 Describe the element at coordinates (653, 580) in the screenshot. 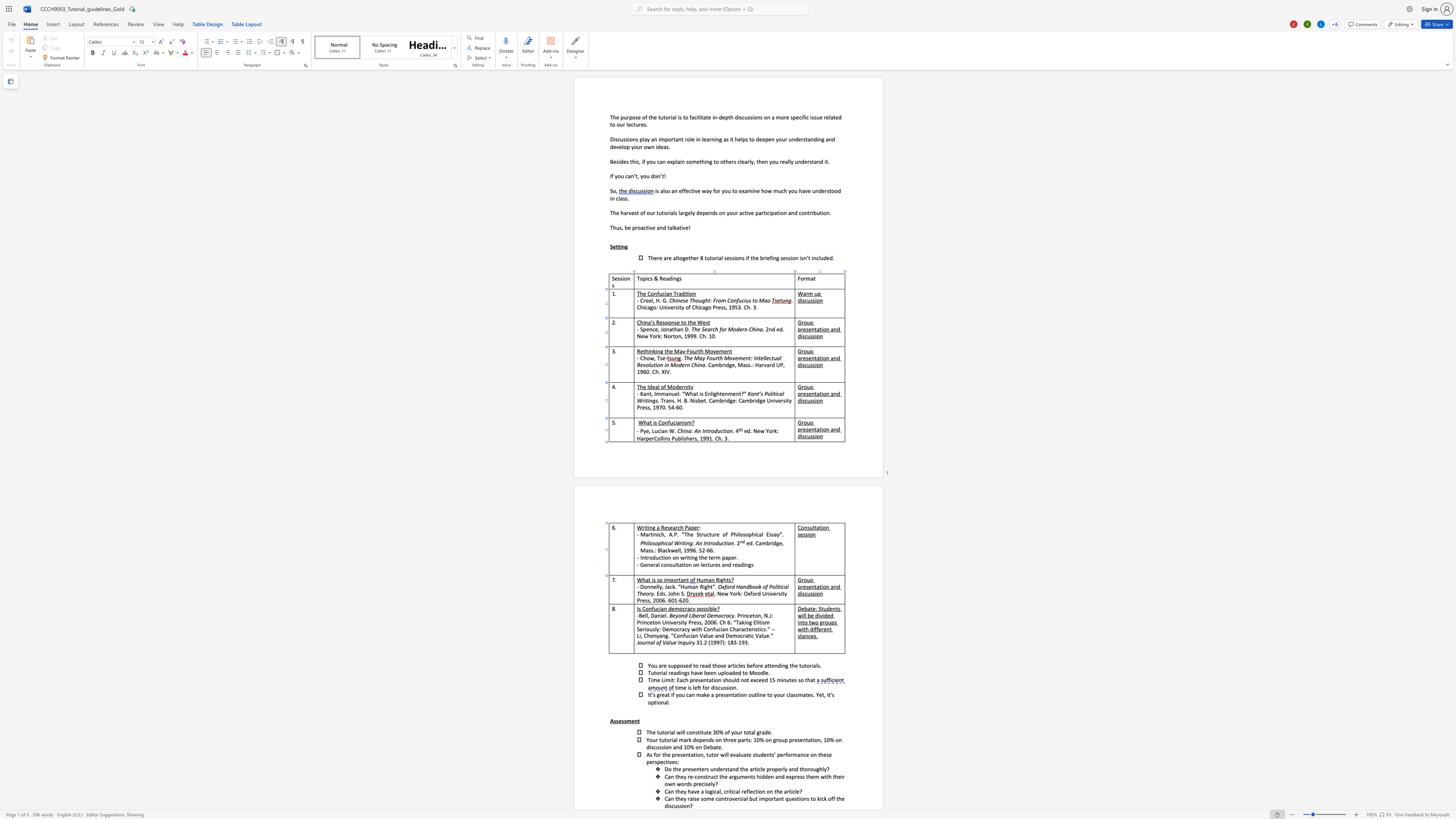

I see `the space between the continuous character "i" and "s" in the text` at that location.